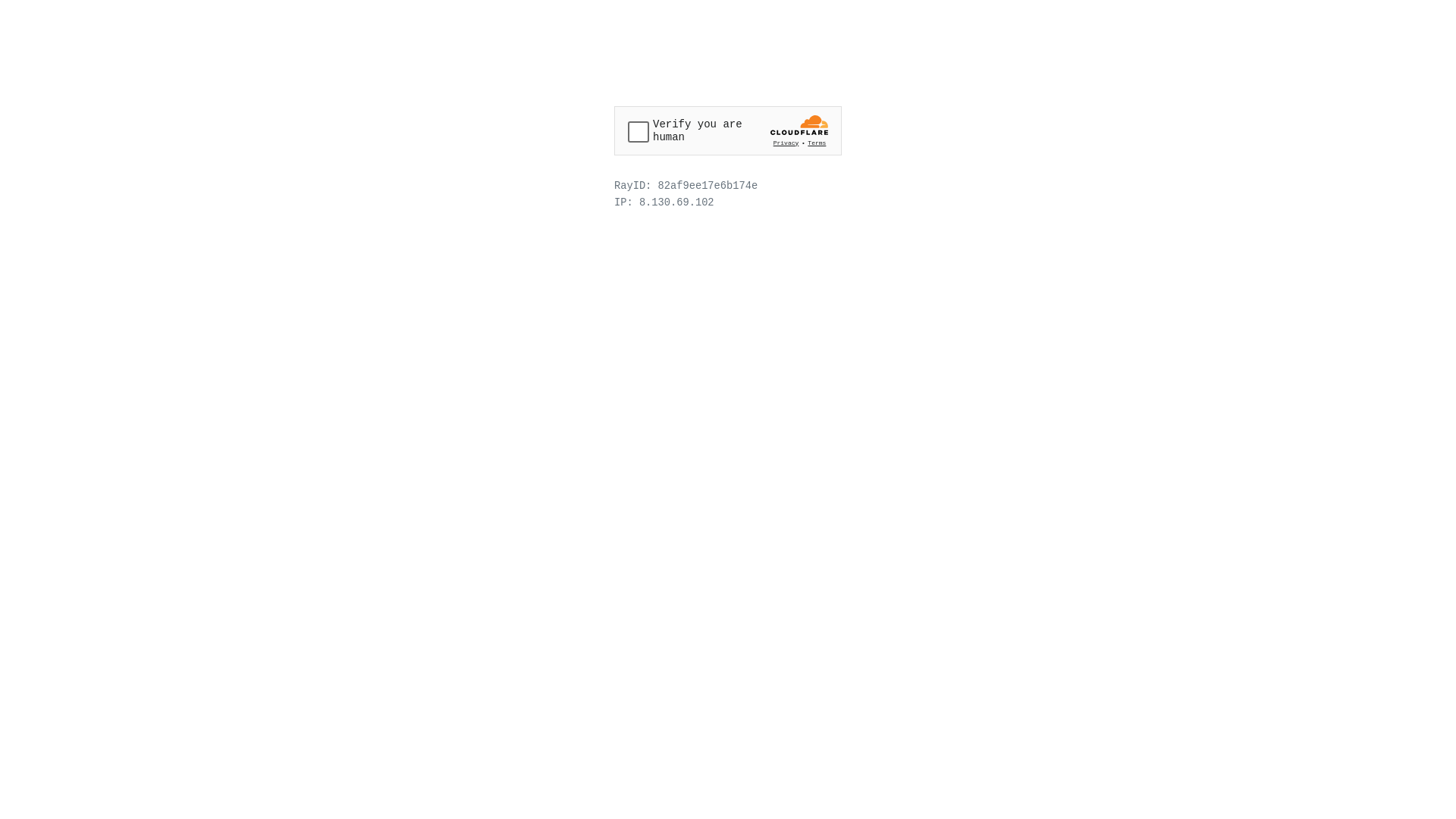  What do you see at coordinates (728, 130) in the screenshot?
I see `'Widget containing a Cloudflare security challenge'` at bounding box center [728, 130].